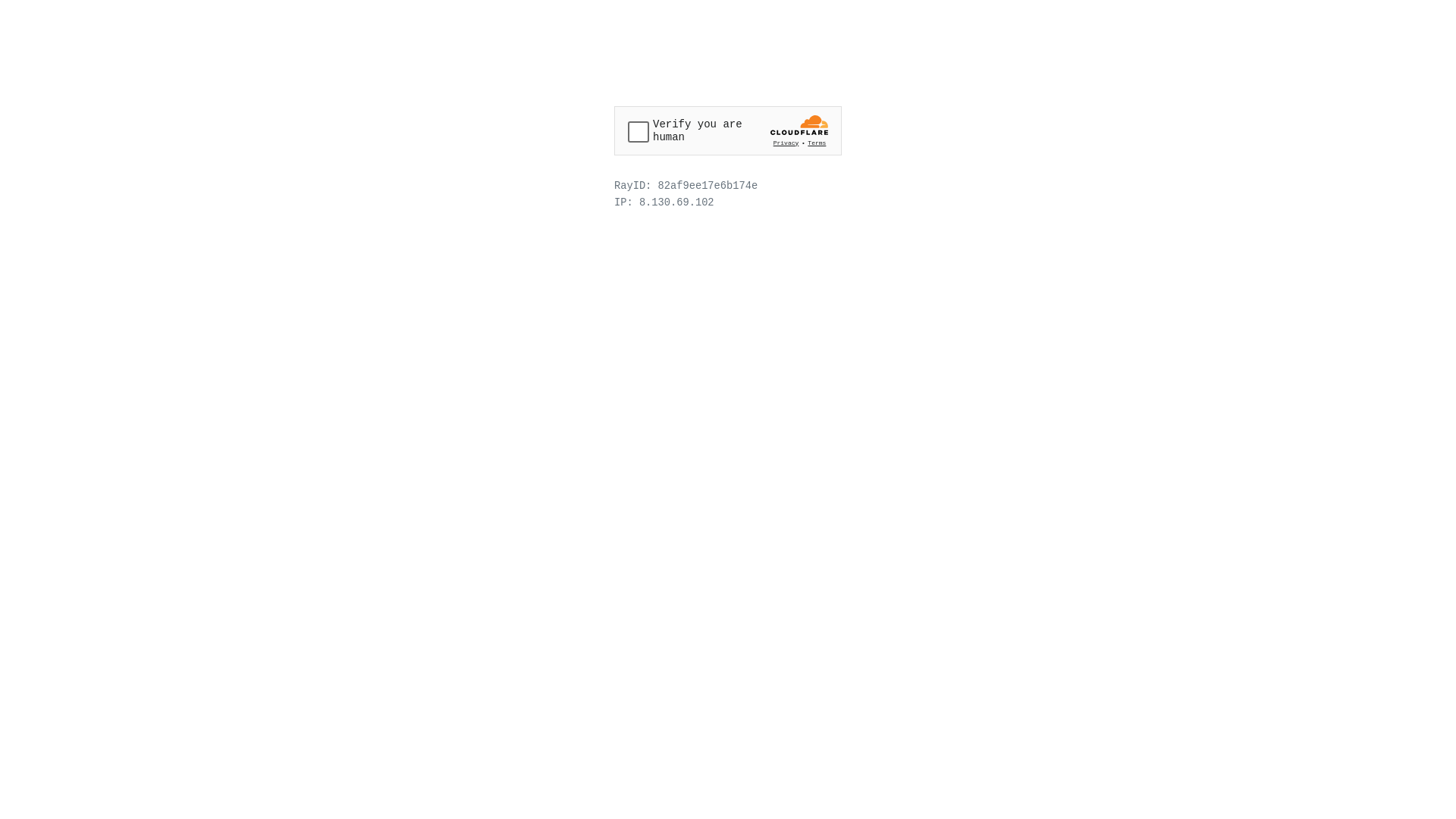  What do you see at coordinates (728, 130) in the screenshot?
I see `'Widget containing a Cloudflare security challenge'` at bounding box center [728, 130].